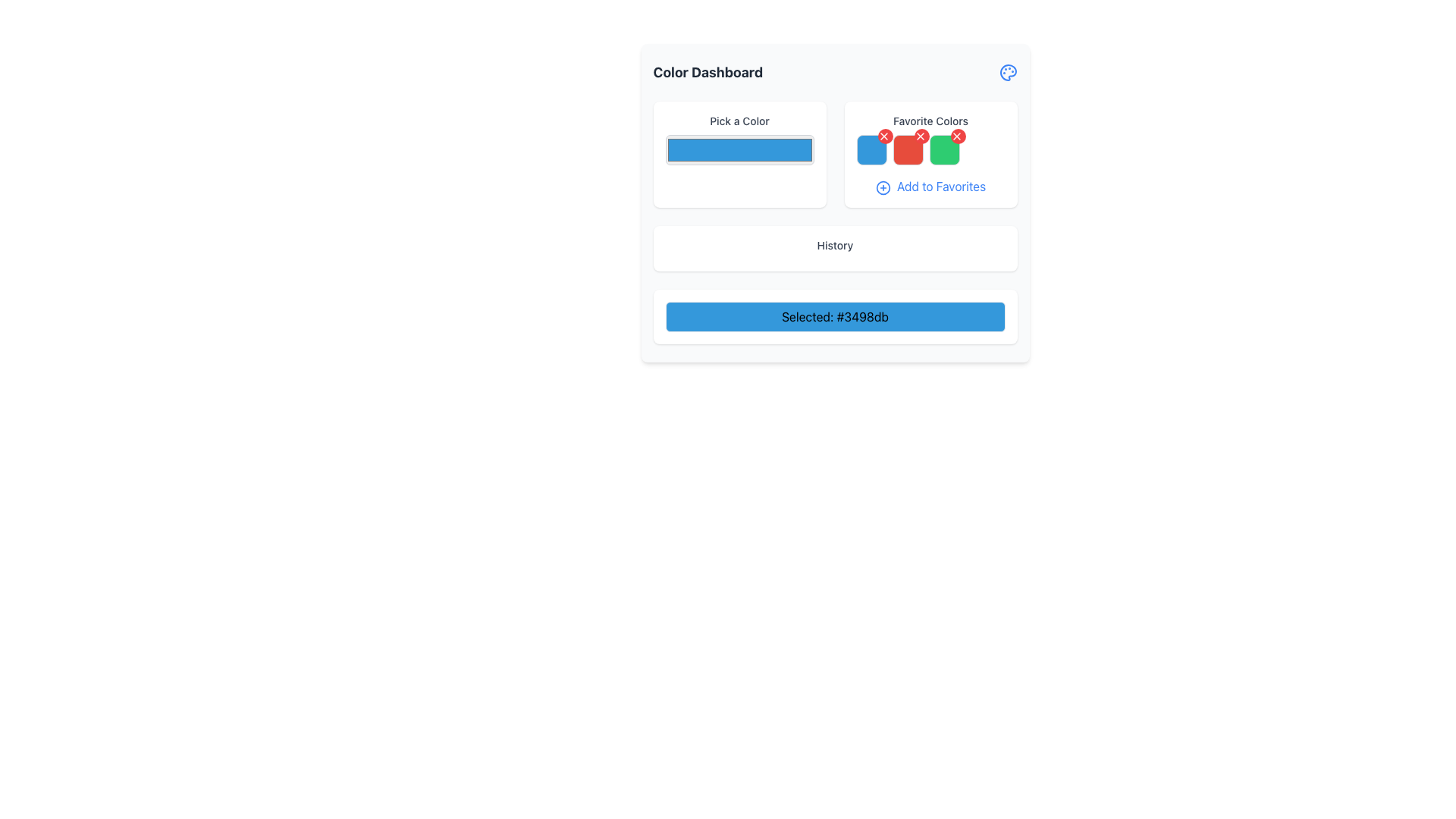 Image resolution: width=1456 pixels, height=819 pixels. What do you see at coordinates (834, 315) in the screenshot?
I see `the Informational Label with a blue background and text 'Selected: #3498db' located in the 'Color Dashboard' section under the 'History' label` at bounding box center [834, 315].